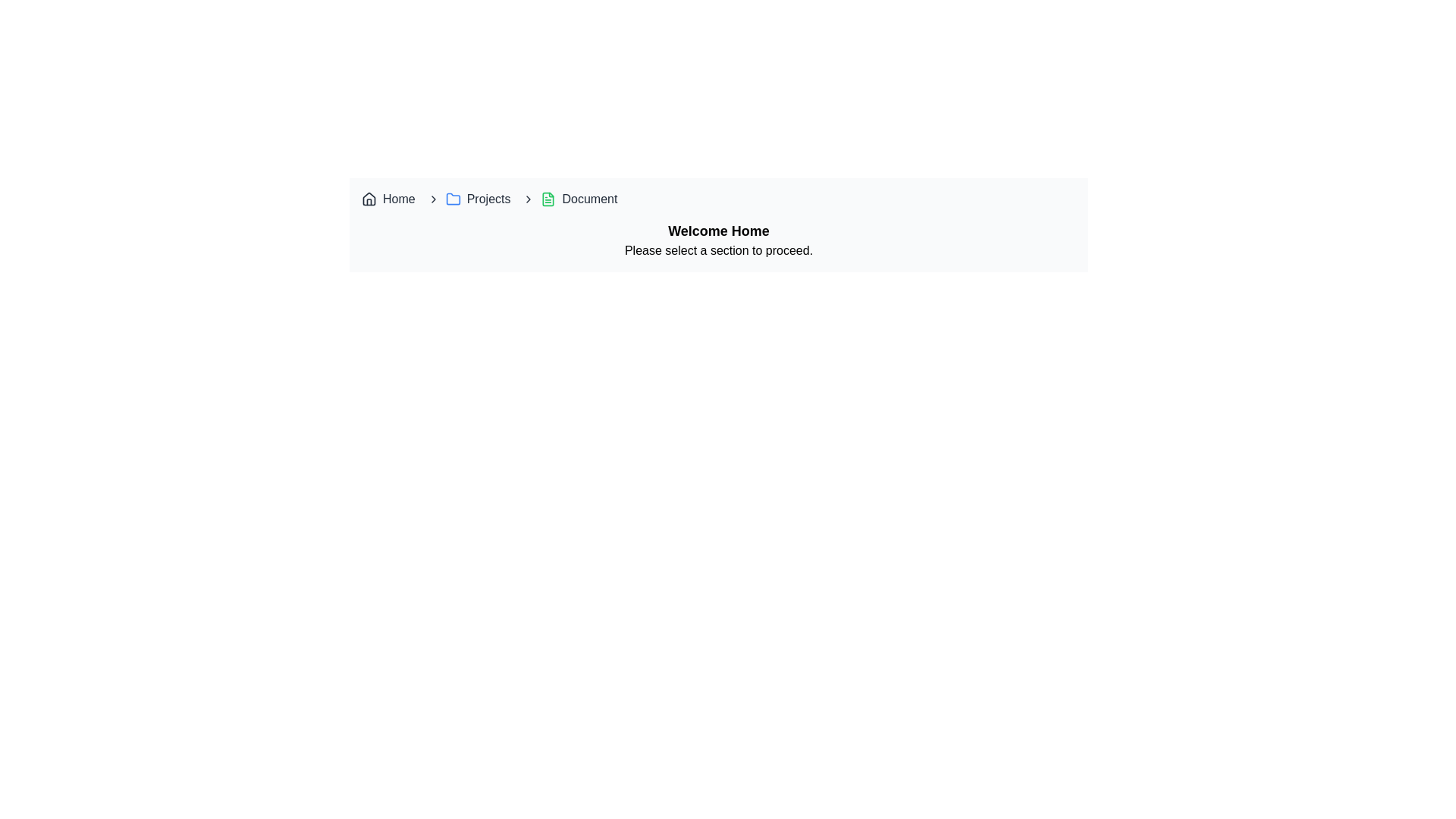 Image resolution: width=1456 pixels, height=819 pixels. What do you see at coordinates (548, 198) in the screenshot?
I see `the 'Document' section icon located in the breadcrumb navigation bar, which is the sixth icon and positioned to the left of the 'Document' text` at bounding box center [548, 198].